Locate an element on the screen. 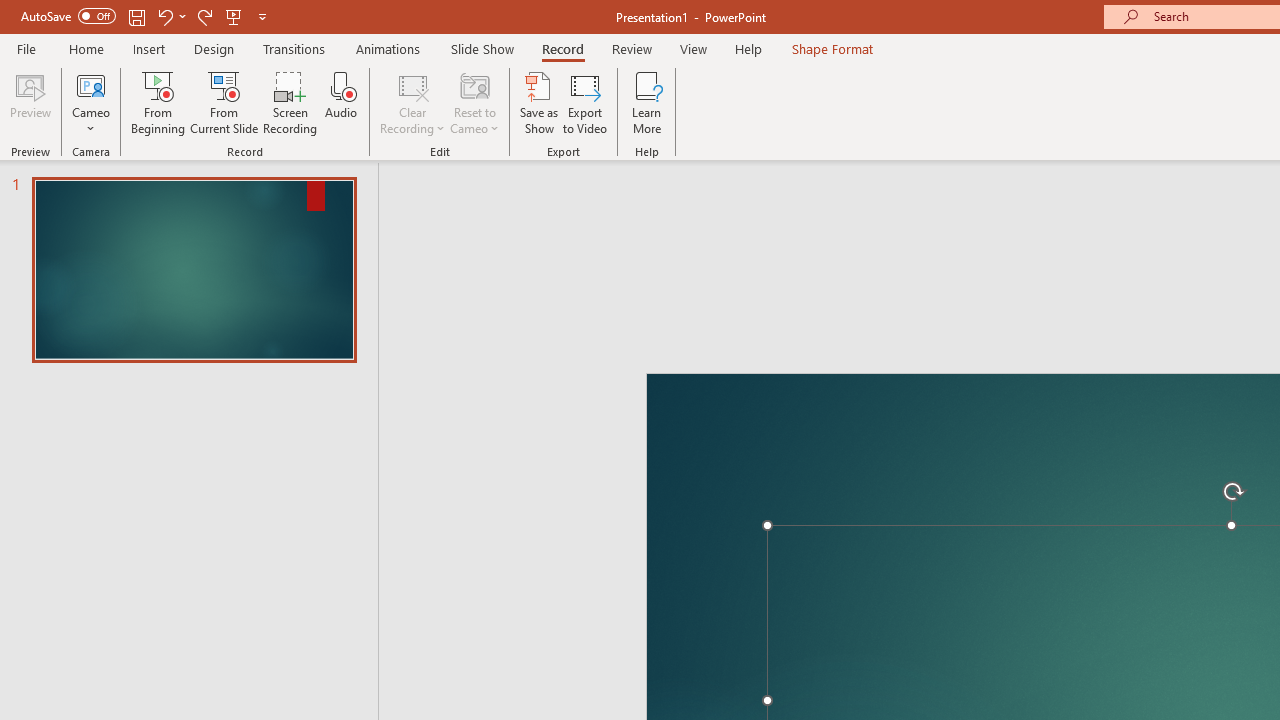 Image resolution: width=1280 pixels, height=720 pixels. 'Export to Video' is located at coordinates (584, 103).